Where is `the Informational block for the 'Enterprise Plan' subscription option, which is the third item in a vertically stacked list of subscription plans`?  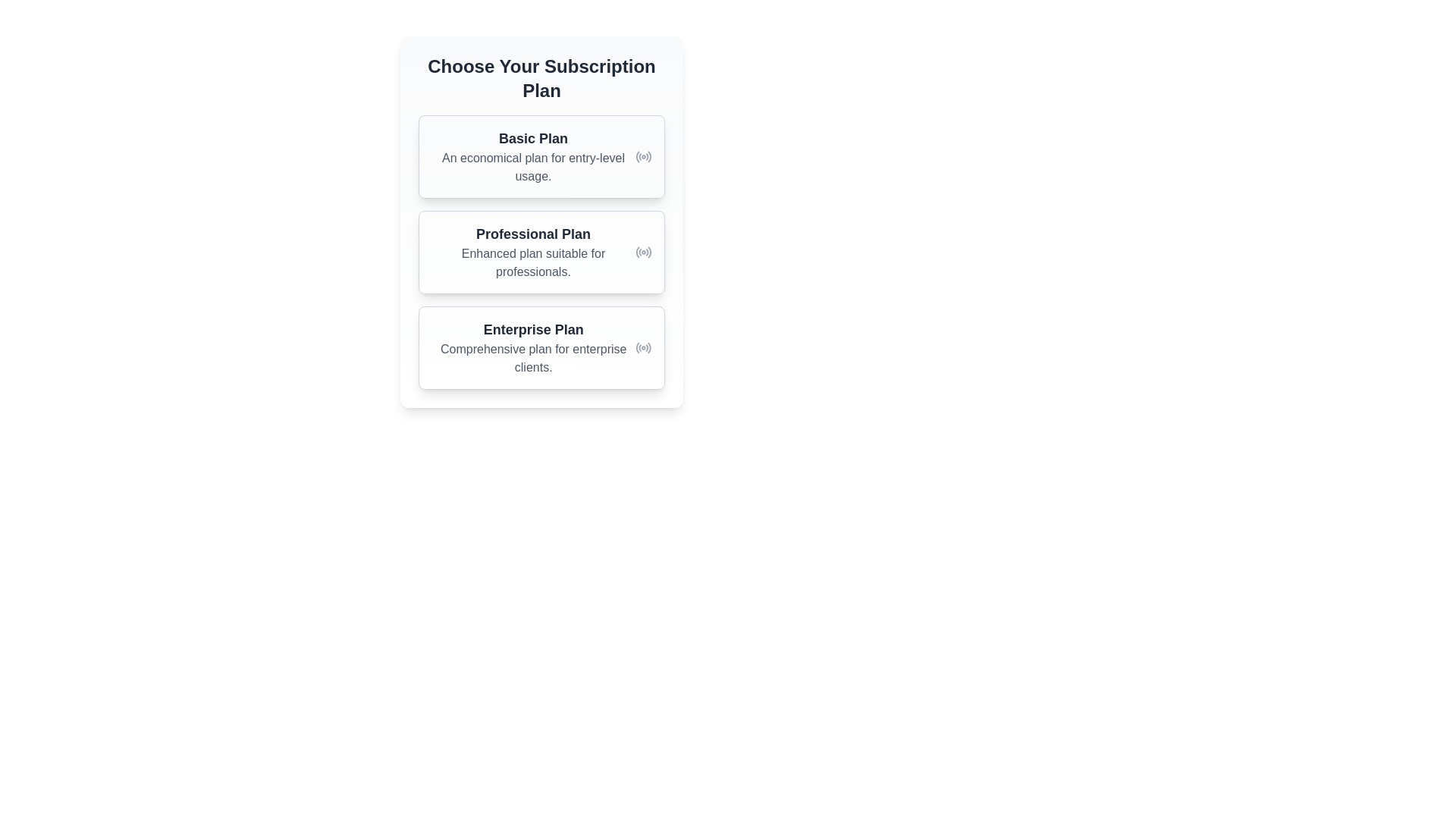
the Informational block for the 'Enterprise Plan' subscription option, which is the third item in a vertically stacked list of subscription plans is located at coordinates (533, 348).